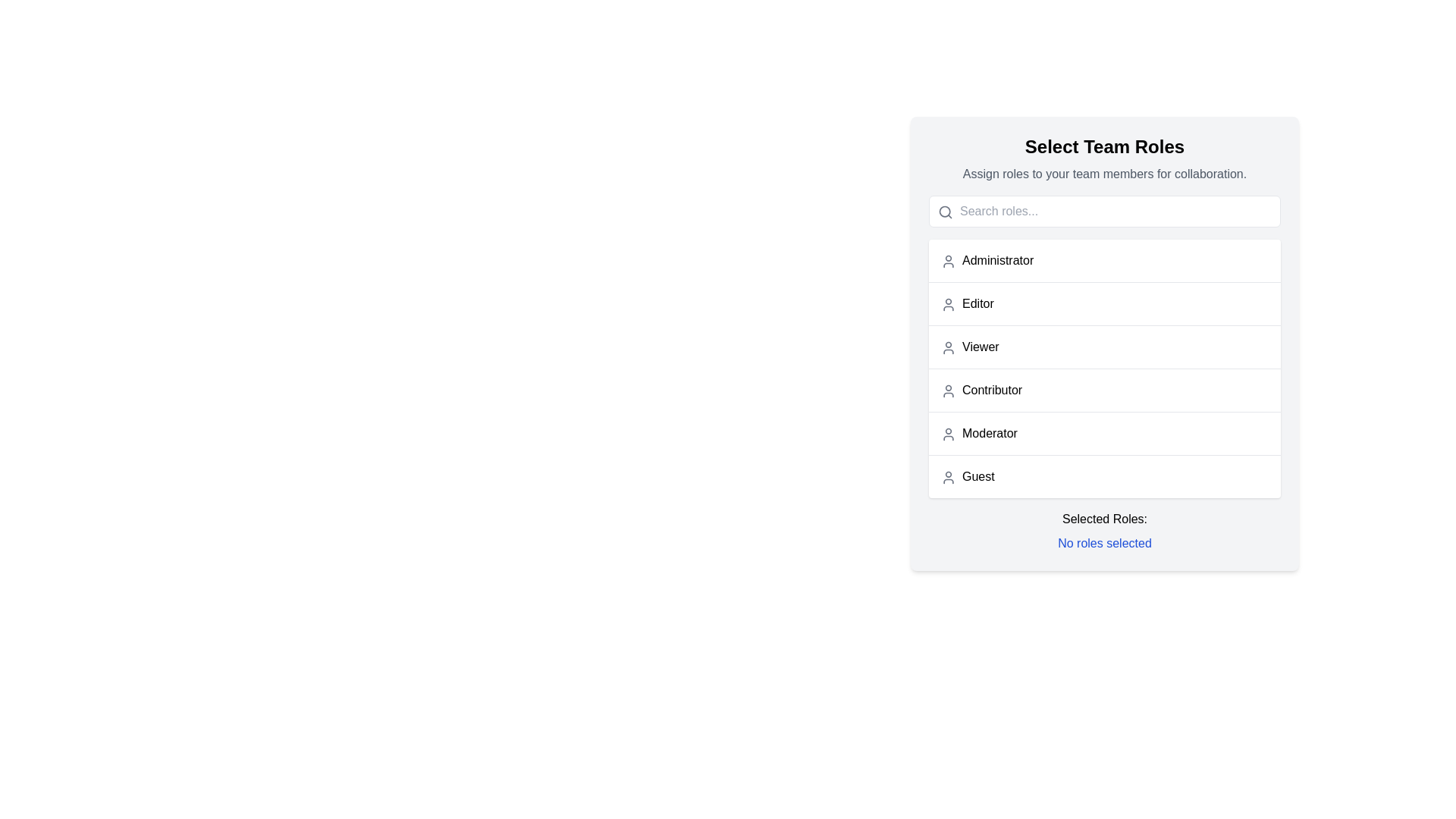 The height and width of the screenshot is (819, 1456). Describe the element at coordinates (1105, 346) in the screenshot. I see `the 'Viewer' selectable list item in the role selection interface` at that location.